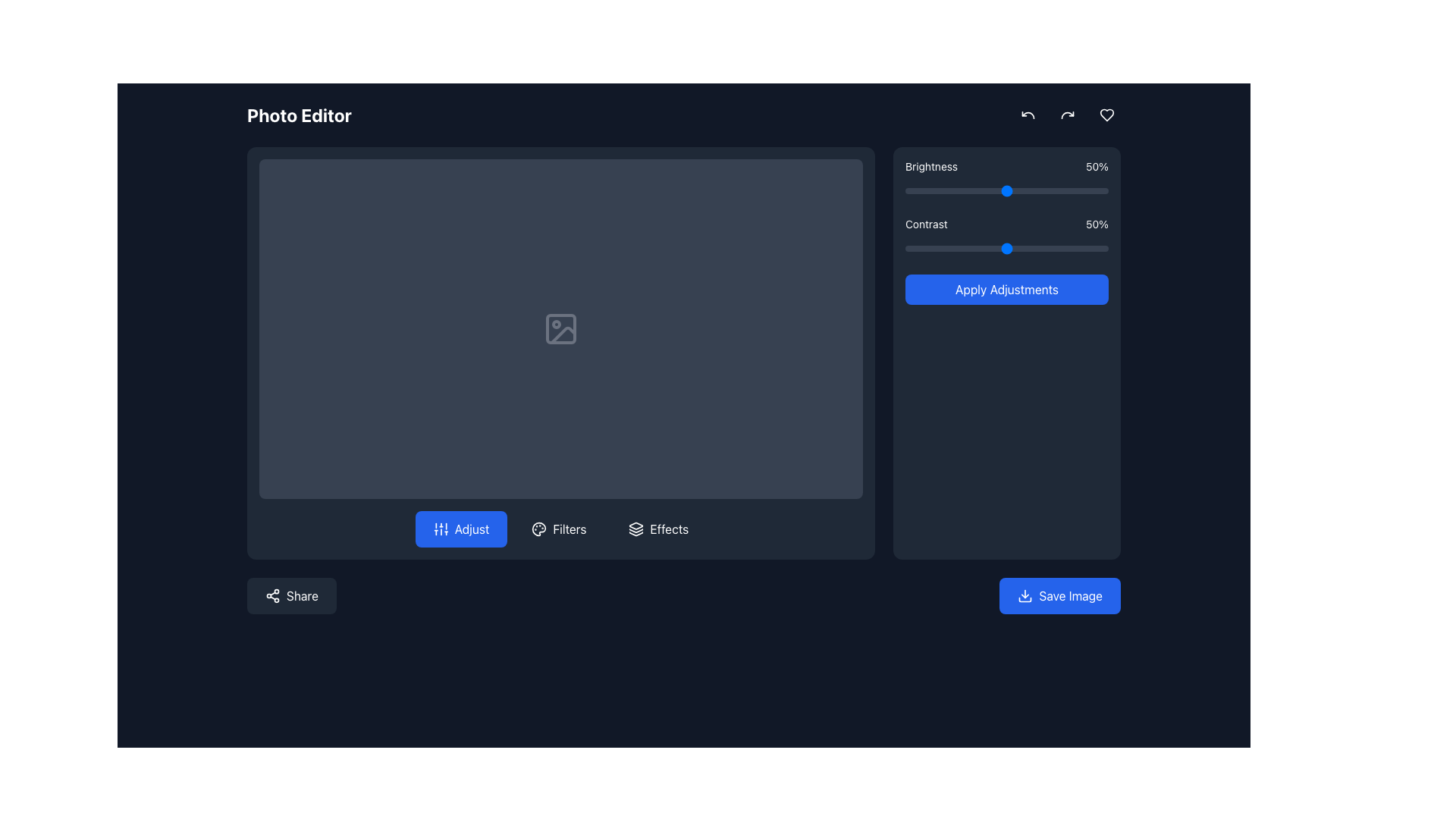 This screenshot has height=819, width=1456. Describe the element at coordinates (558, 528) in the screenshot. I see `the 'Filters' button, which has a dark background and white text with a palette icon, located between the 'Adjust' and 'Effects' buttons at the bottom of the interface` at that location.